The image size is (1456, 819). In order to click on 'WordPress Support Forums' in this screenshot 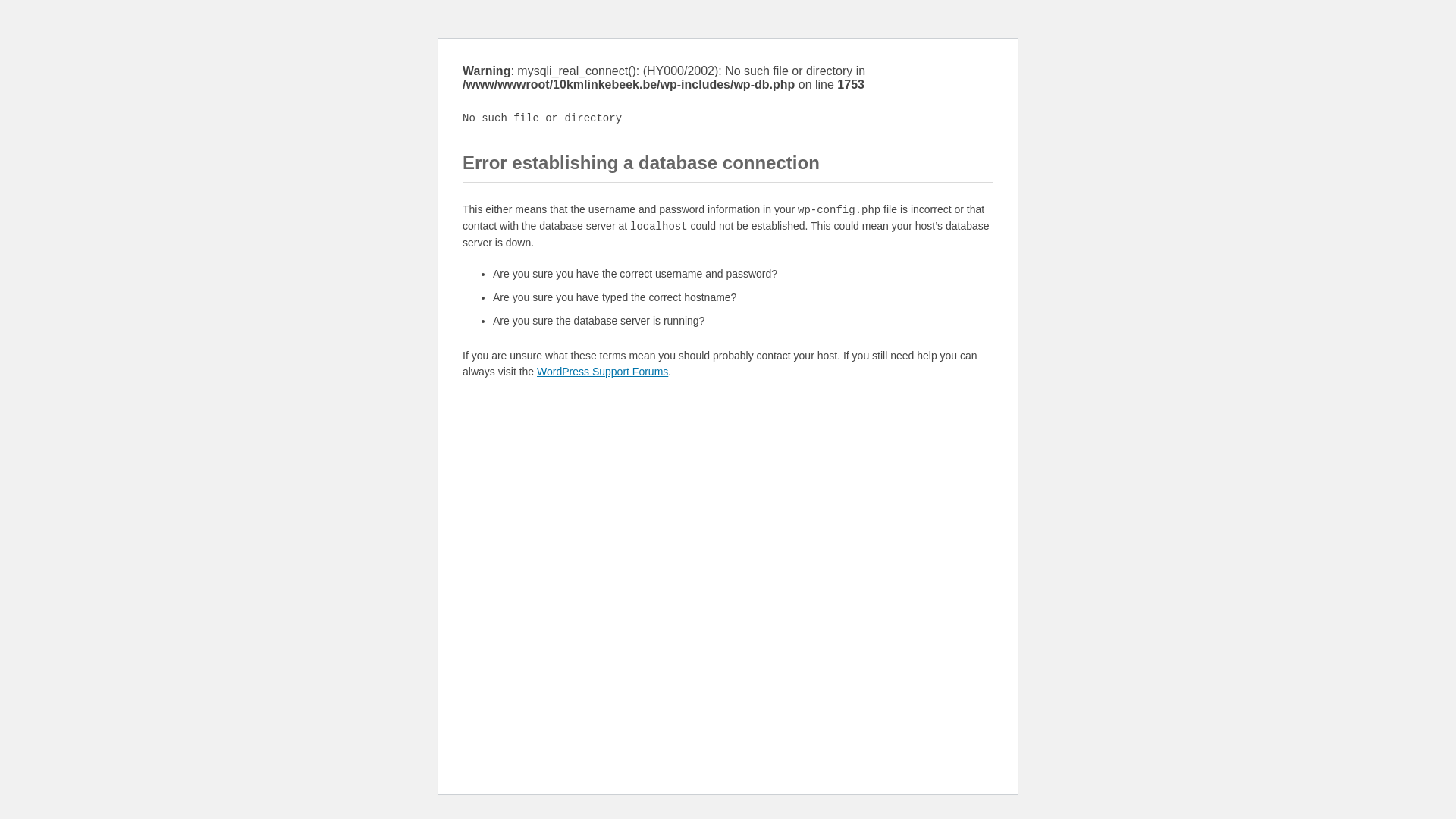, I will do `click(601, 371)`.